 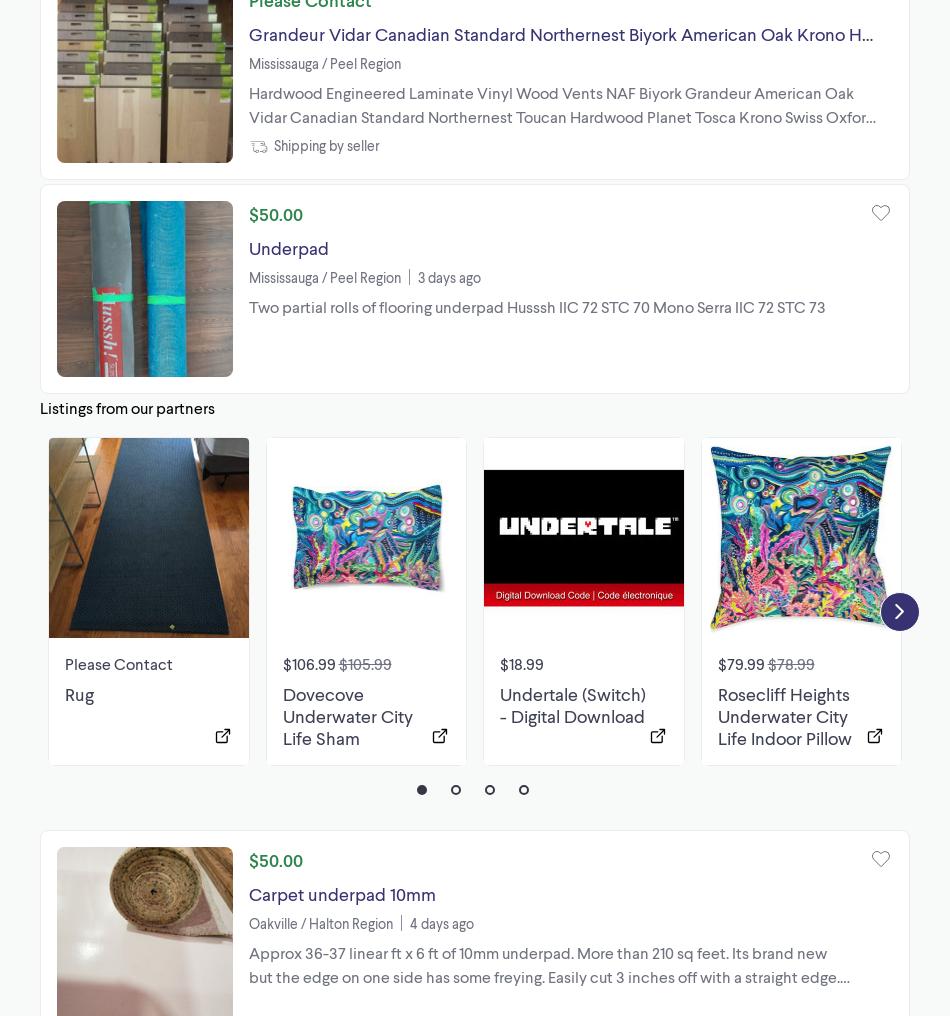 What do you see at coordinates (363, 661) in the screenshot?
I see `'$105.99'` at bounding box center [363, 661].